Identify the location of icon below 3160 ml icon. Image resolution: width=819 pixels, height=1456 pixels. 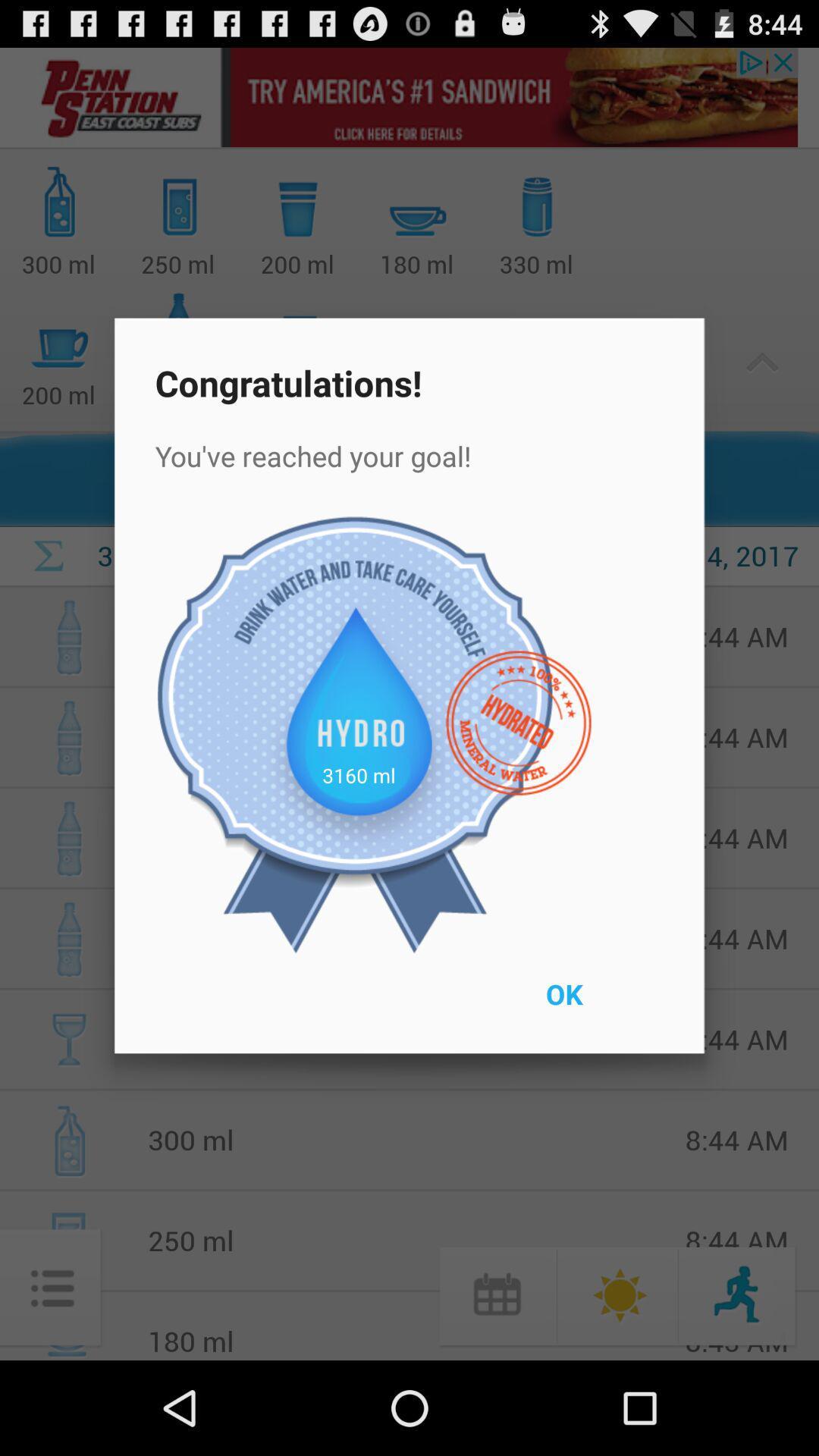
(598, 1004).